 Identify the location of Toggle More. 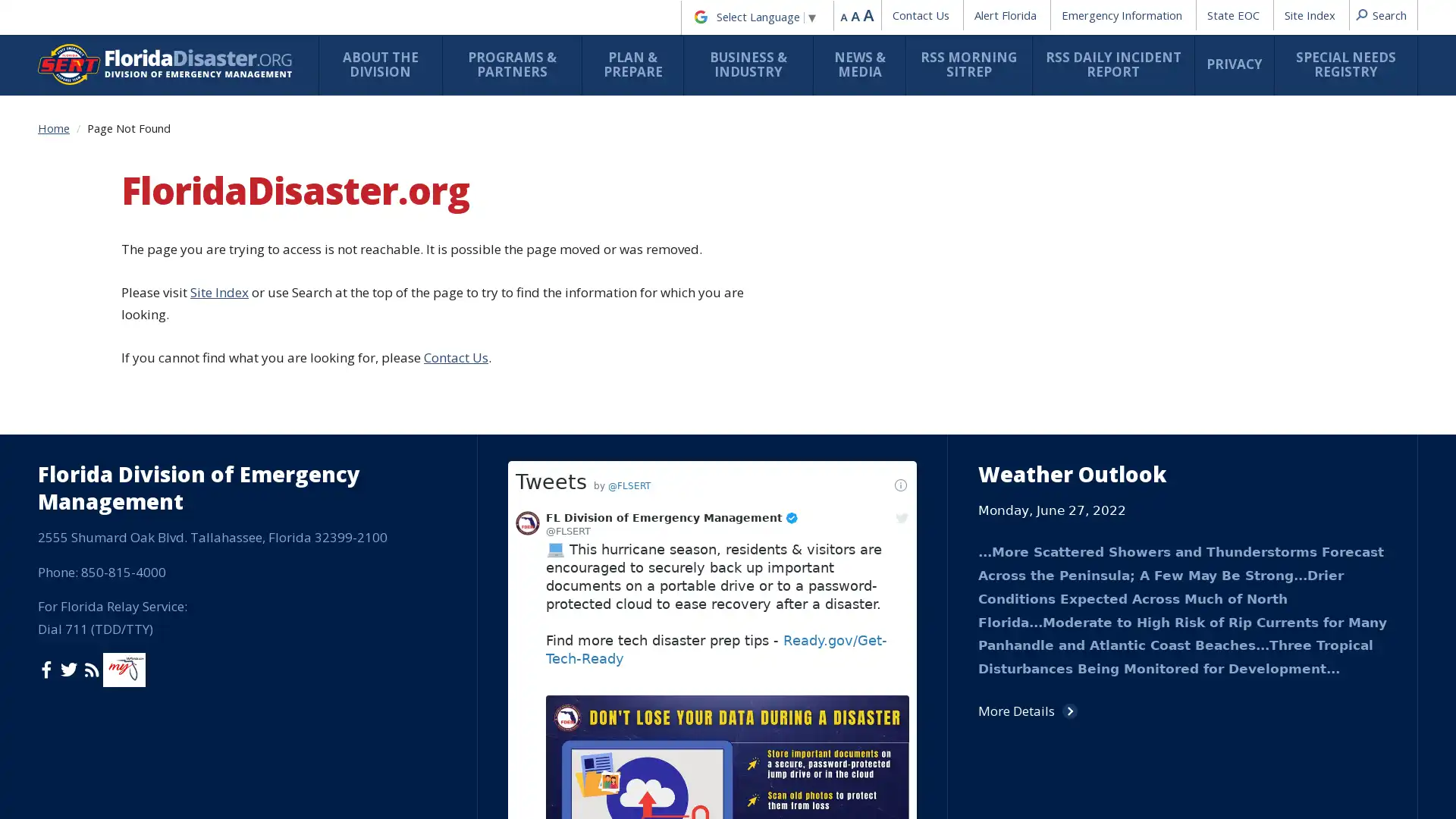
(607, 602).